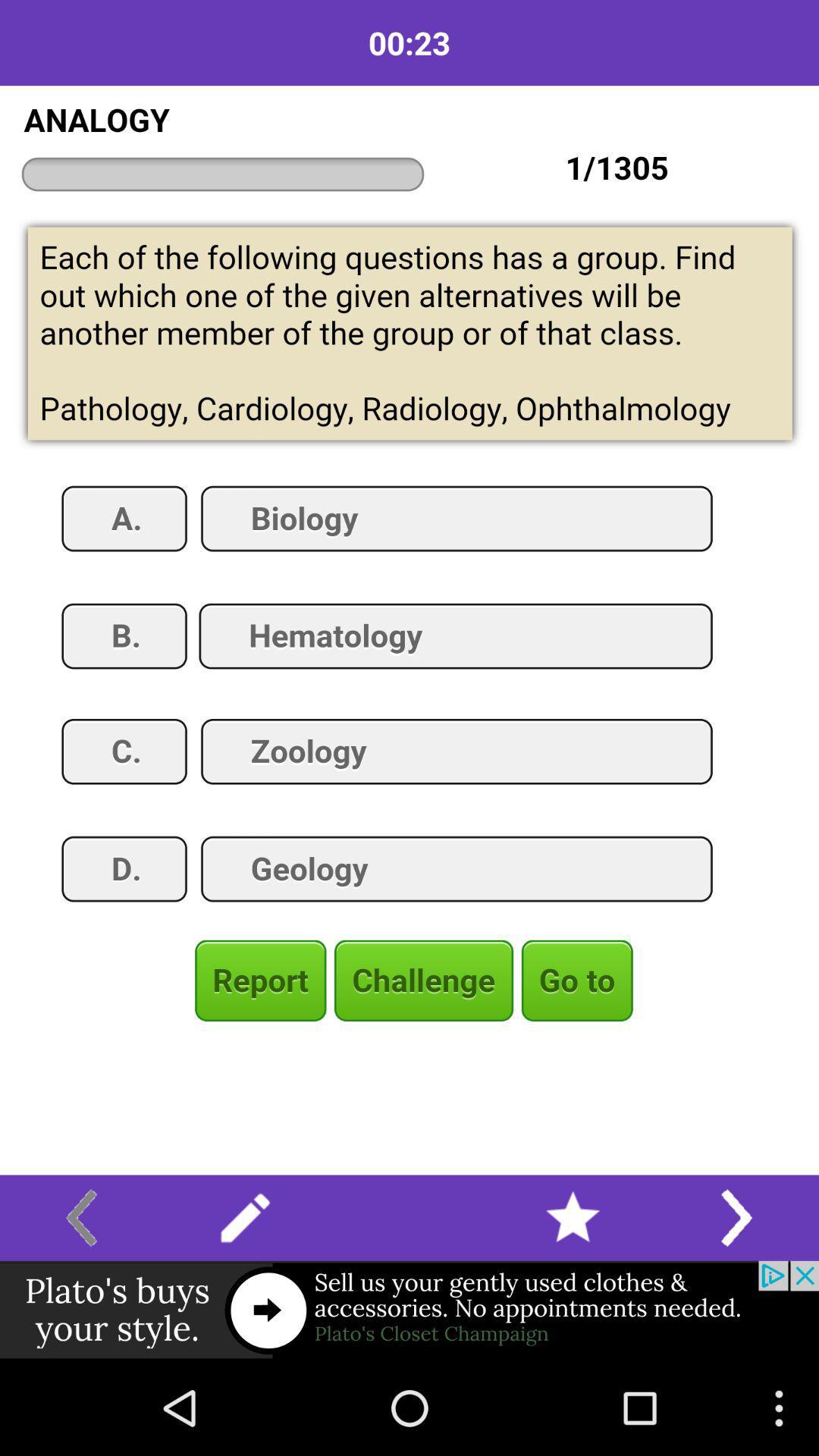  I want to click on previous page, so click(81, 1218).